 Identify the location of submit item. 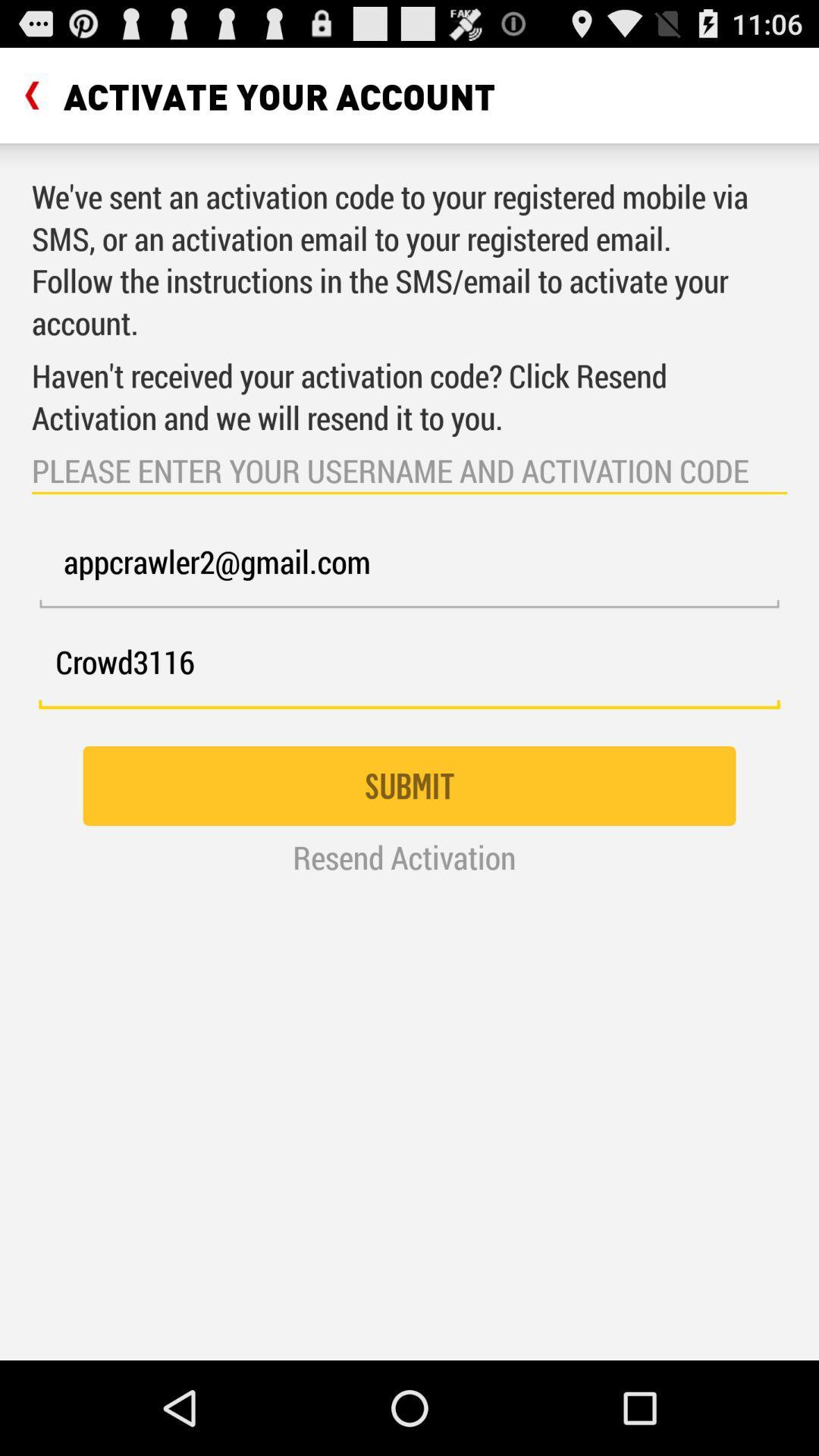
(409, 786).